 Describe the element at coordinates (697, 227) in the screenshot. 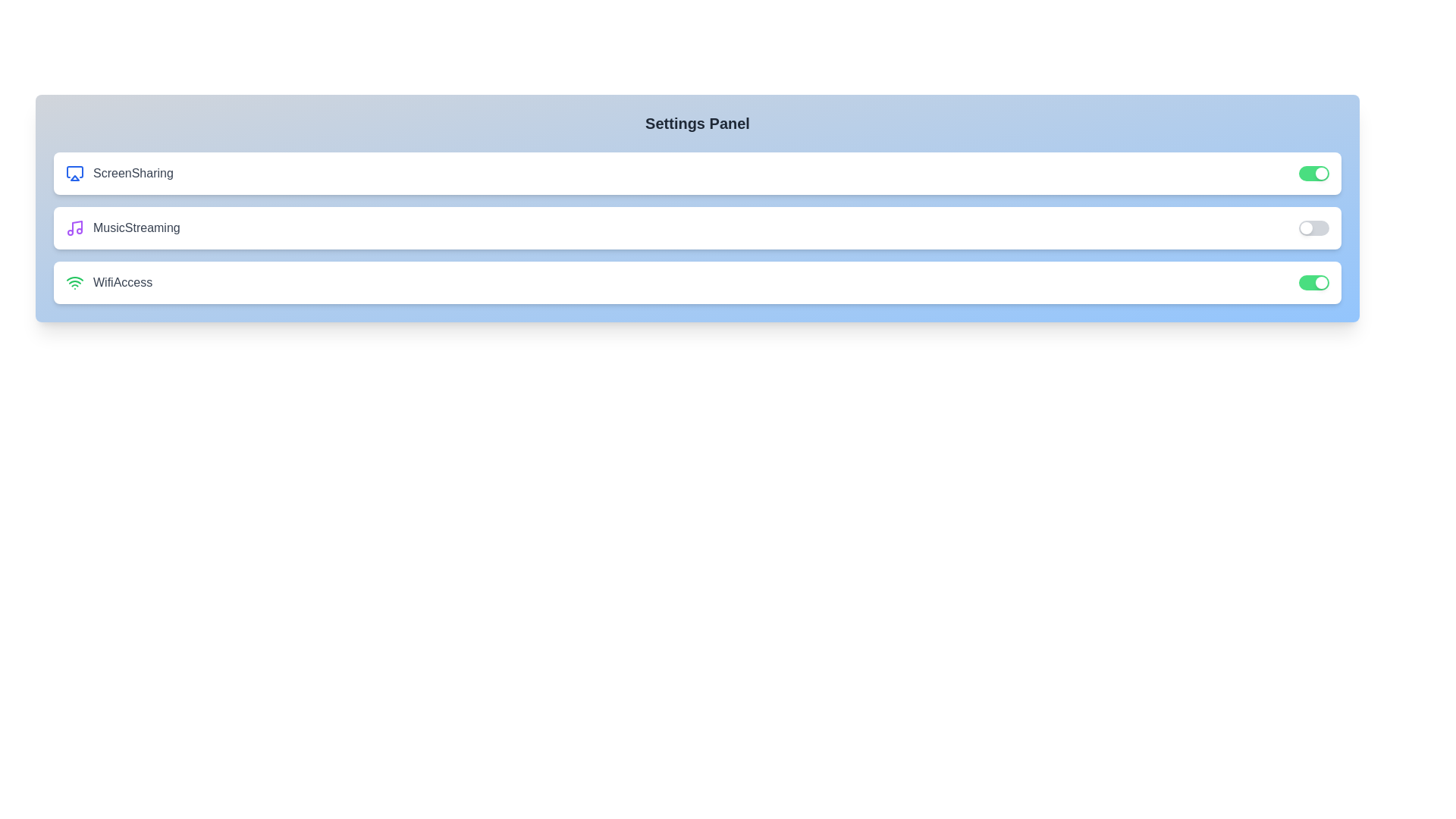

I see `the setting musicStreaming to view its hover effect` at that location.